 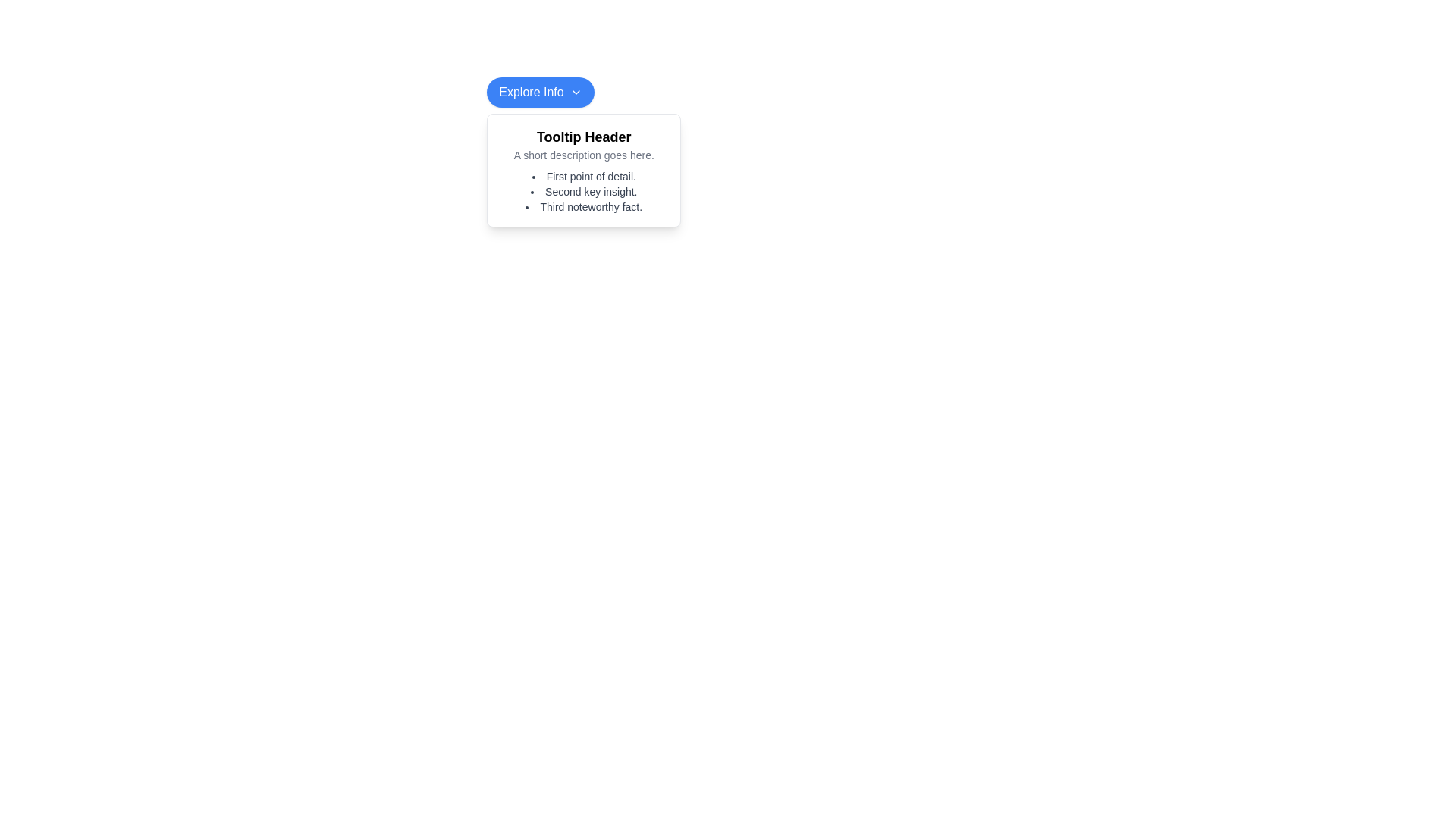 What do you see at coordinates (575, 93) in the screenshot?
I see `the chevron-down icon located at the right side of the 'Explore Info' button, which is centered vertically within the button` at bounding box center [575, 93].